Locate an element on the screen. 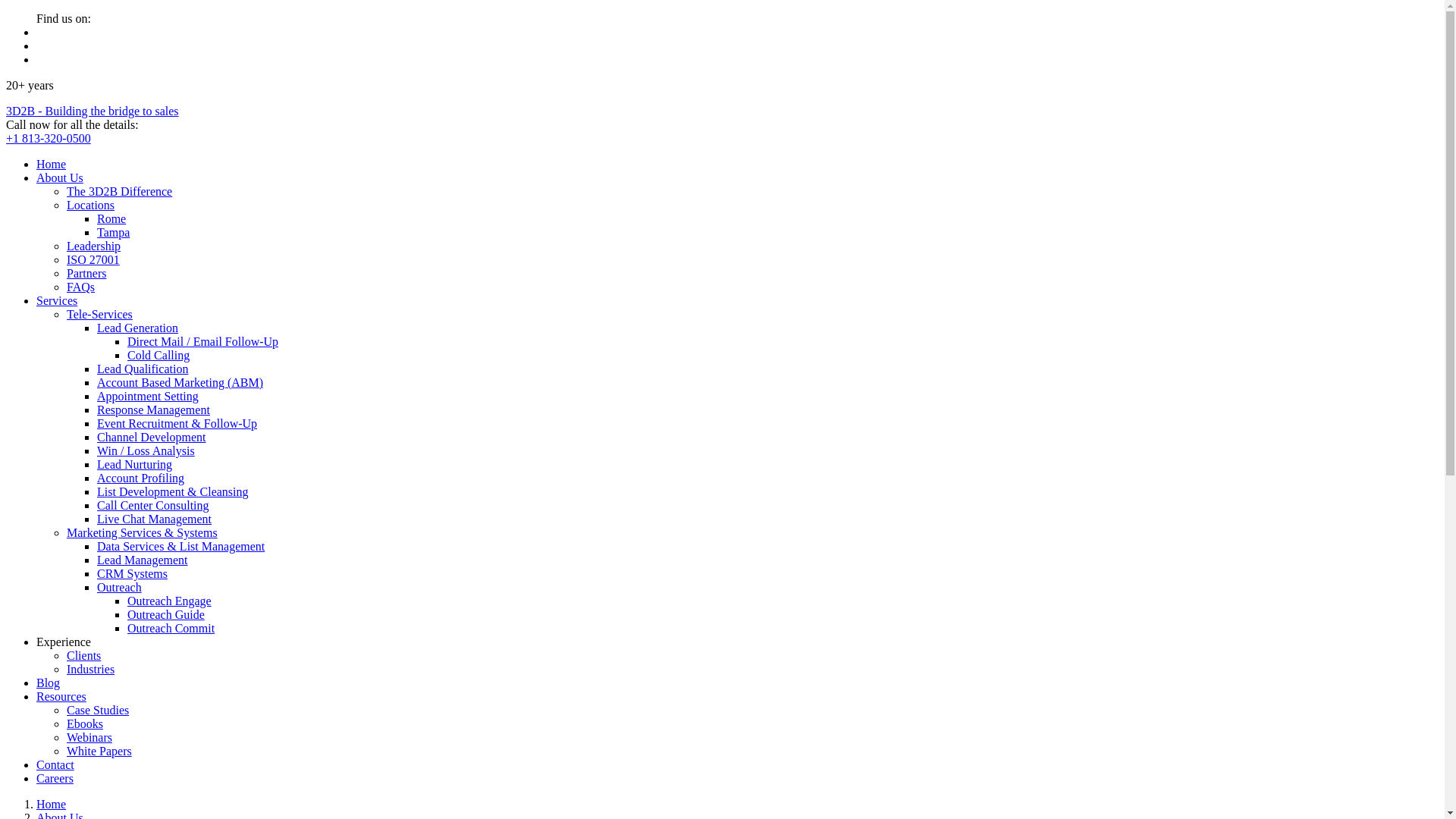 The image size is (1456, 819). 'Webinars' is located at coordinates (65, 736).